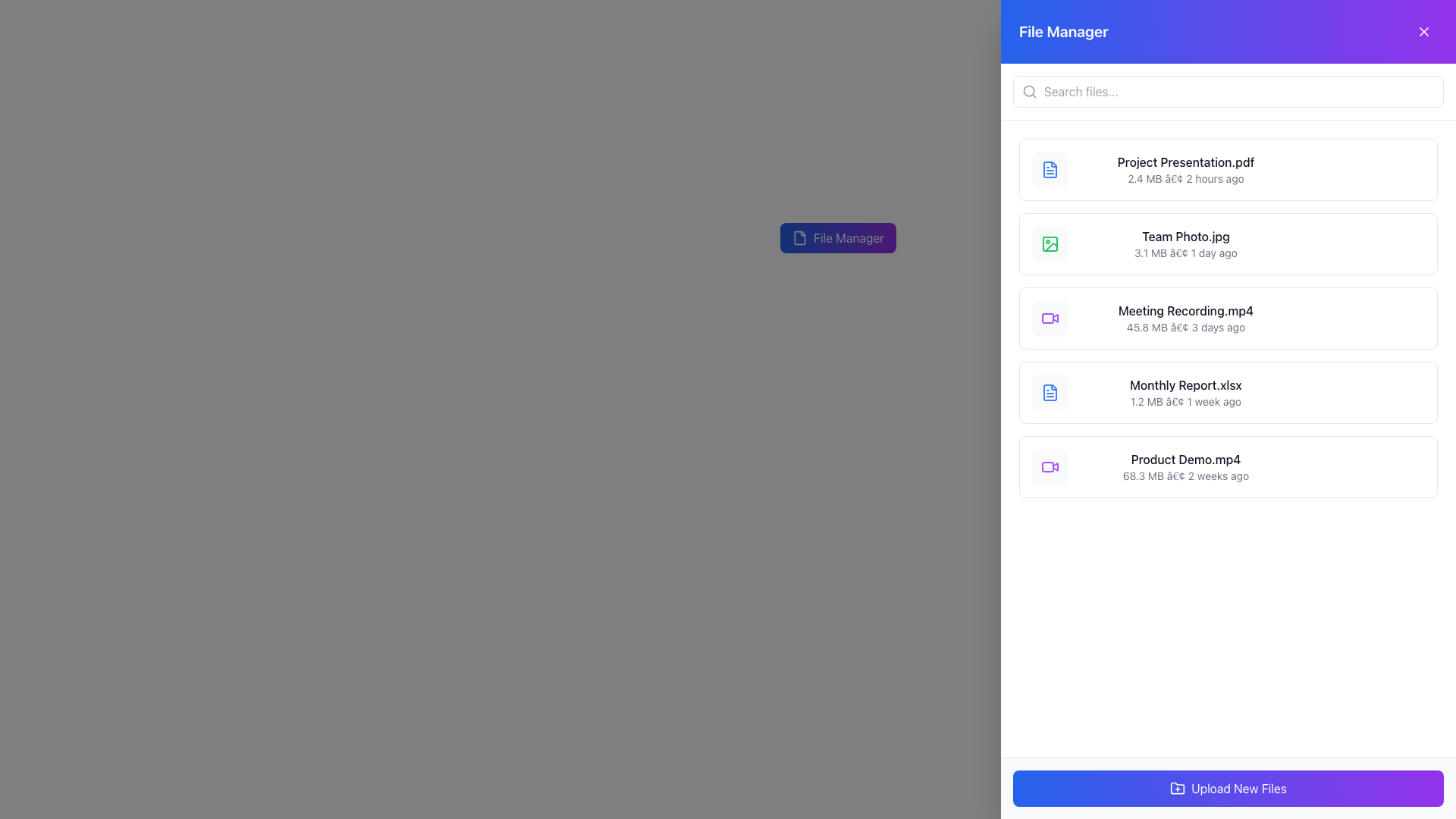 This screenshot has height=819, width=1456. I want to click on the small blue document icon representing a file type, located next to 'Monthly Report.xlsx' in the right-hand panel of the file manager interface, so click(1050, 391).